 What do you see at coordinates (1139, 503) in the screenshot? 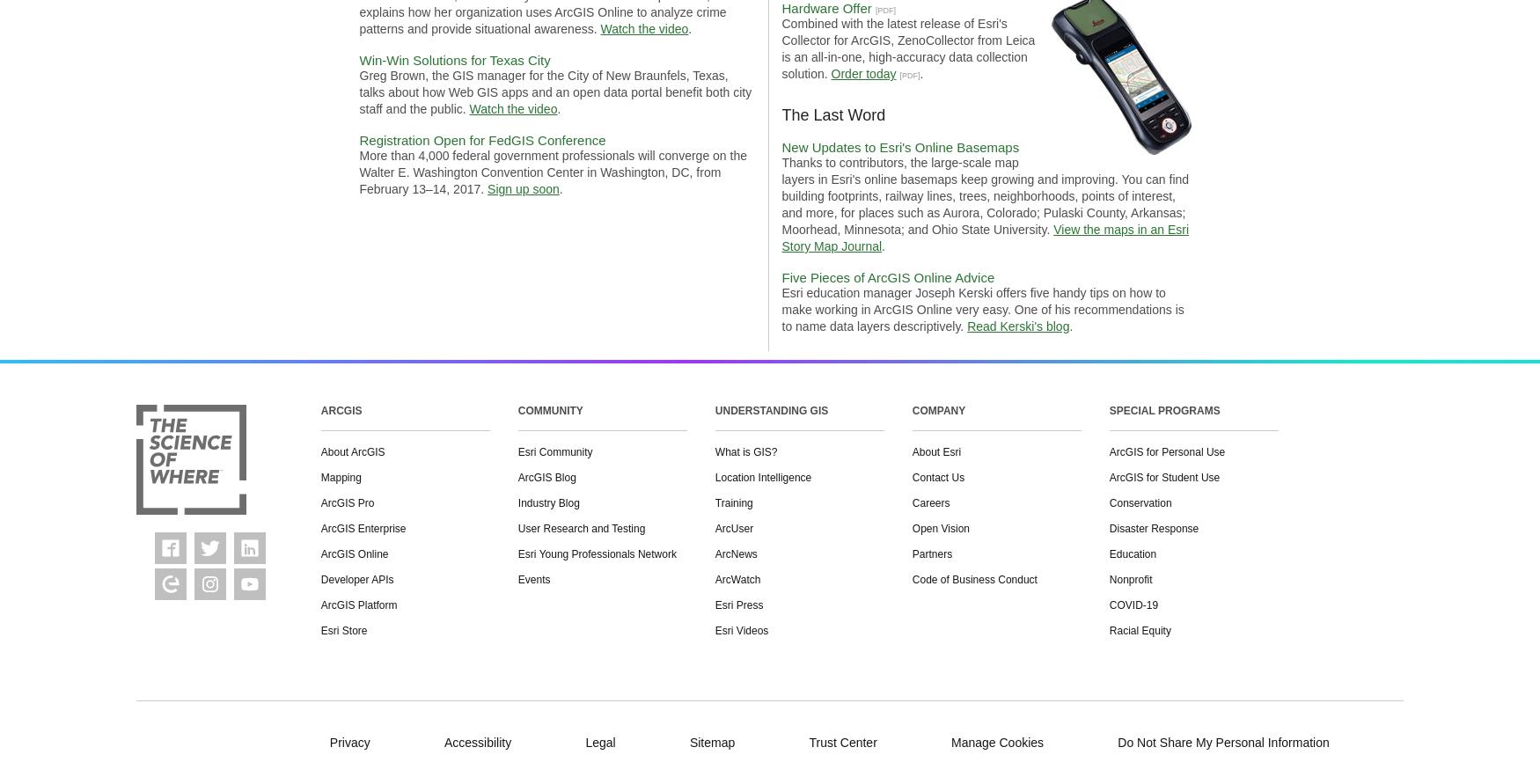
I see `'Conservation'` at bounding box center [1139, 503].